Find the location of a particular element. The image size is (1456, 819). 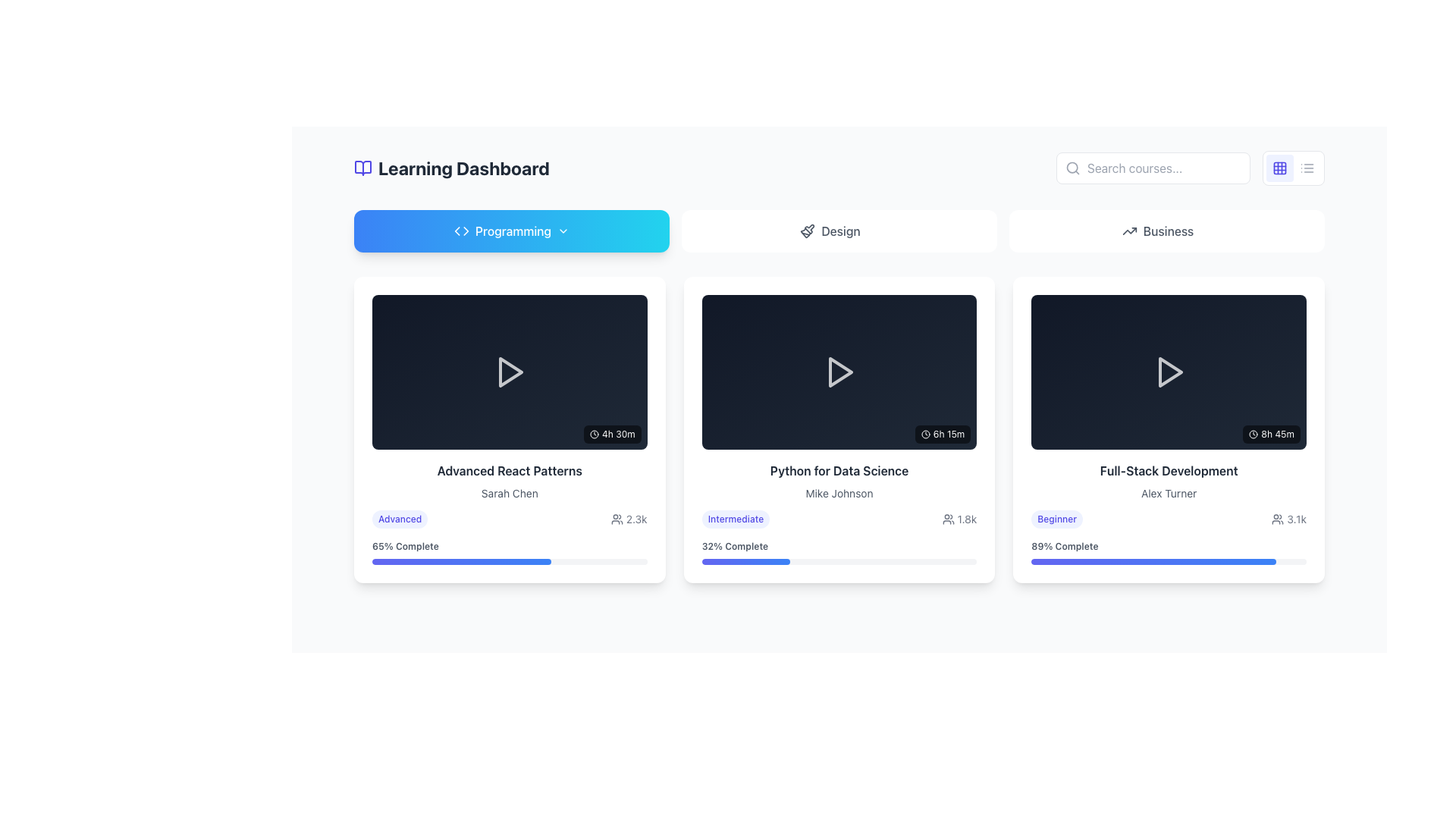

the learning dashboard icon located to the left of the 'Learning Dashboard' text in the header section is located at coordinates (362, 168).